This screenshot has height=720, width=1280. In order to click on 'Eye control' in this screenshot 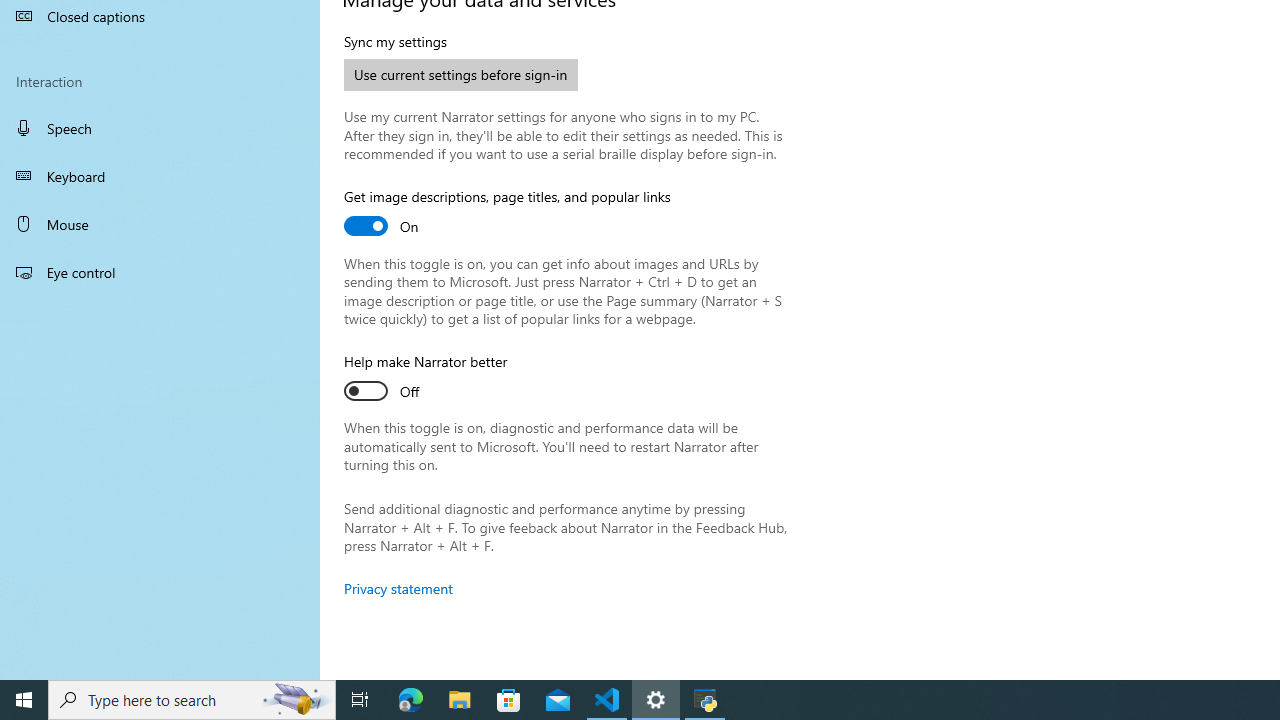, I will do `click(160, 271)`.